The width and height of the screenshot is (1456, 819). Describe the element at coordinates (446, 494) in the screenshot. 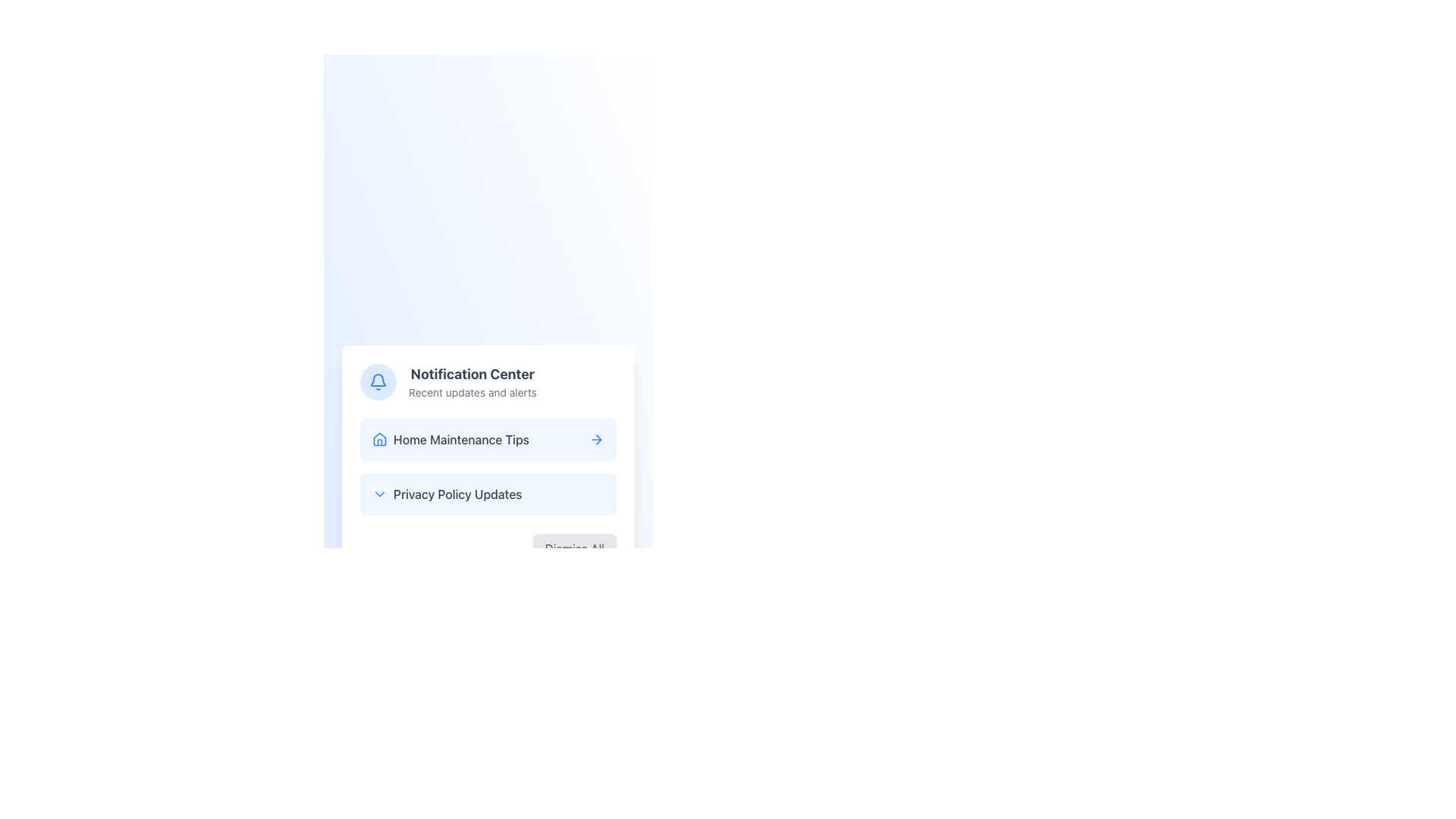

I see `the 'Privacy Policy Updates' clickable section header` at that location.